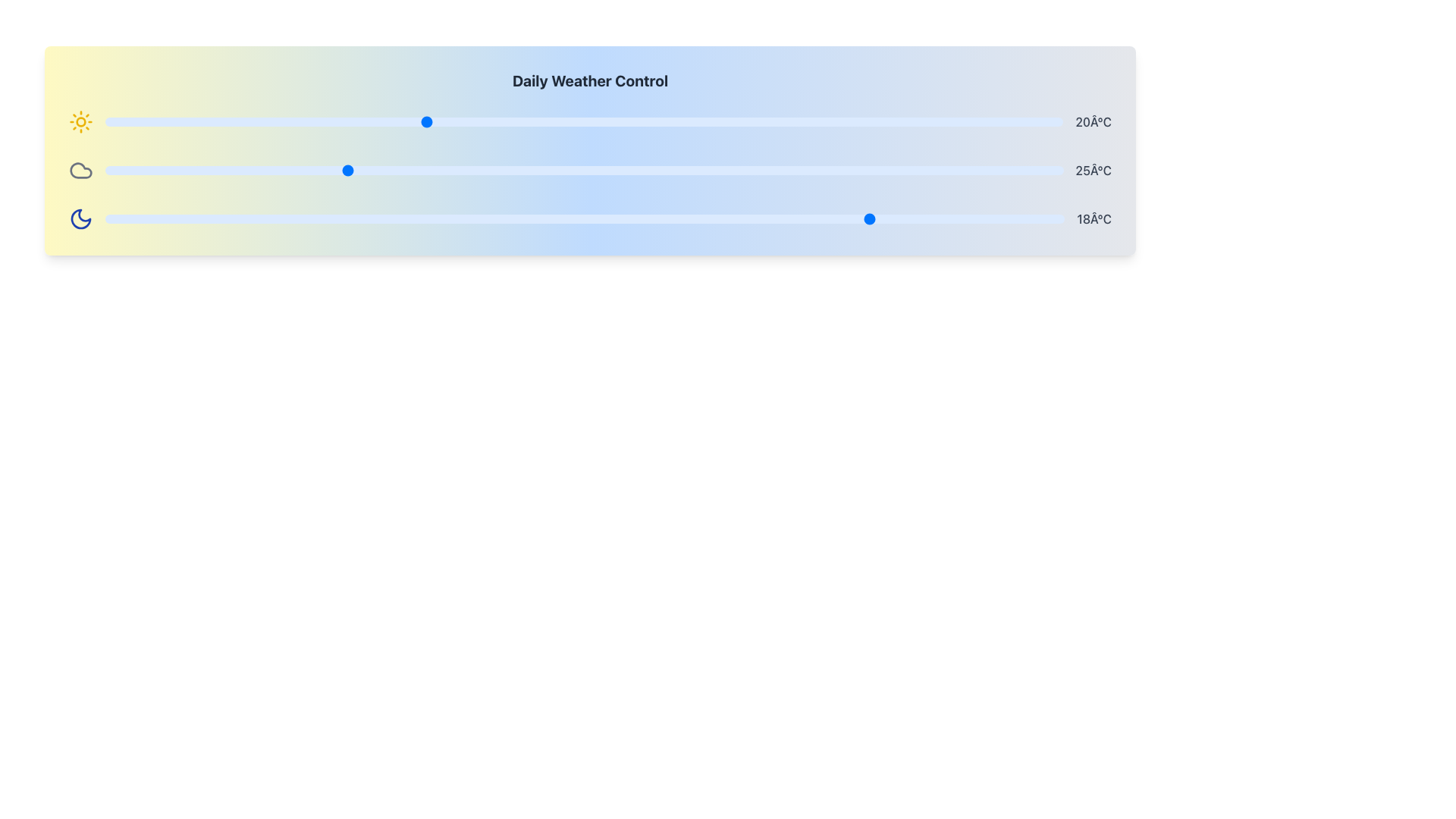 Image resolution: width=1456 pixels, height=819 pixels. What do you see at coordinates (105, 219) in the screenshot?
I see `the temperature slider` at bounding box center [105, 219].